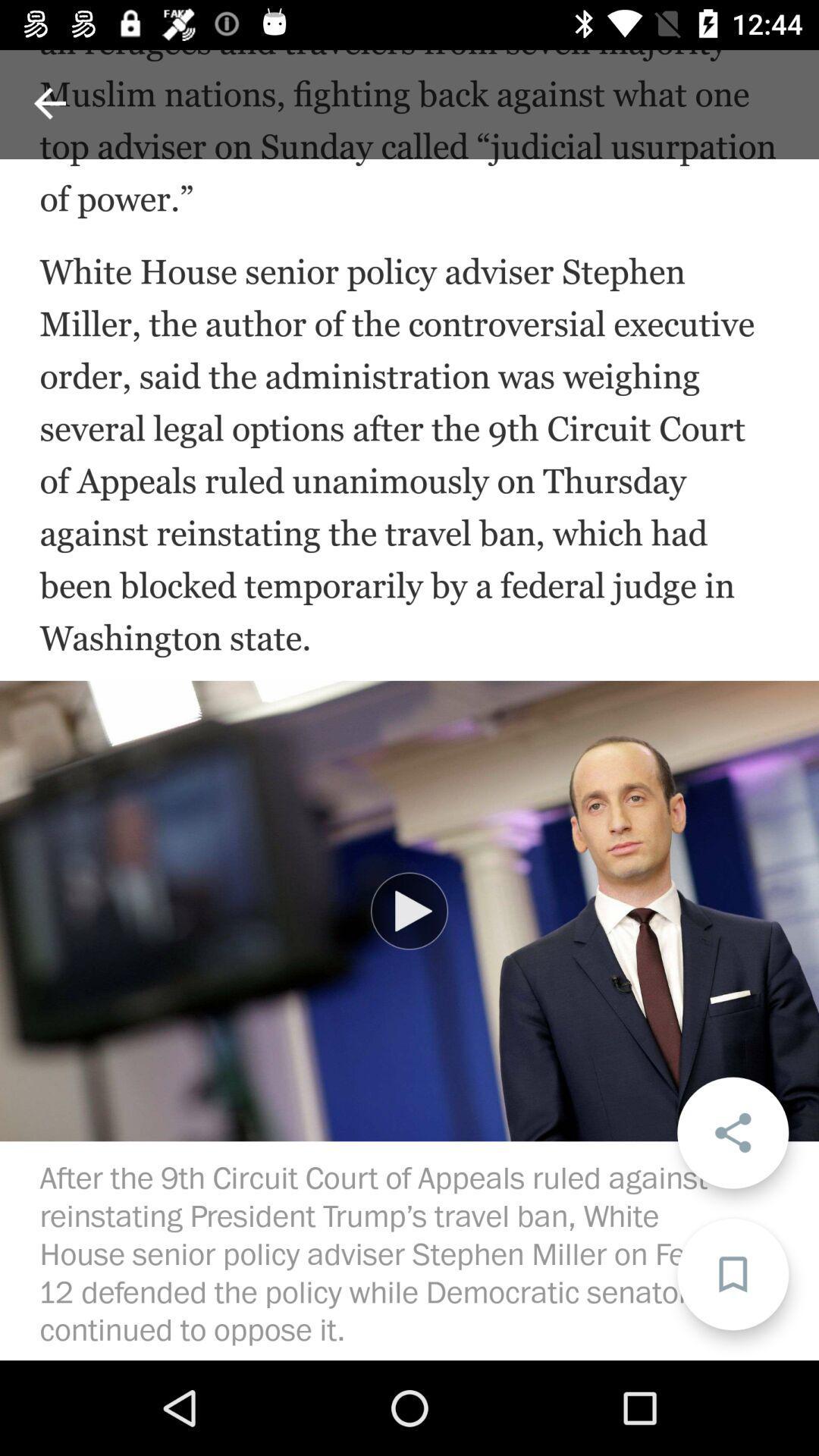 The image size is (819, 1456). What do you see at coordinates (49, 102) in the screenshot?
I see `back` at bounding box center [49, 102].